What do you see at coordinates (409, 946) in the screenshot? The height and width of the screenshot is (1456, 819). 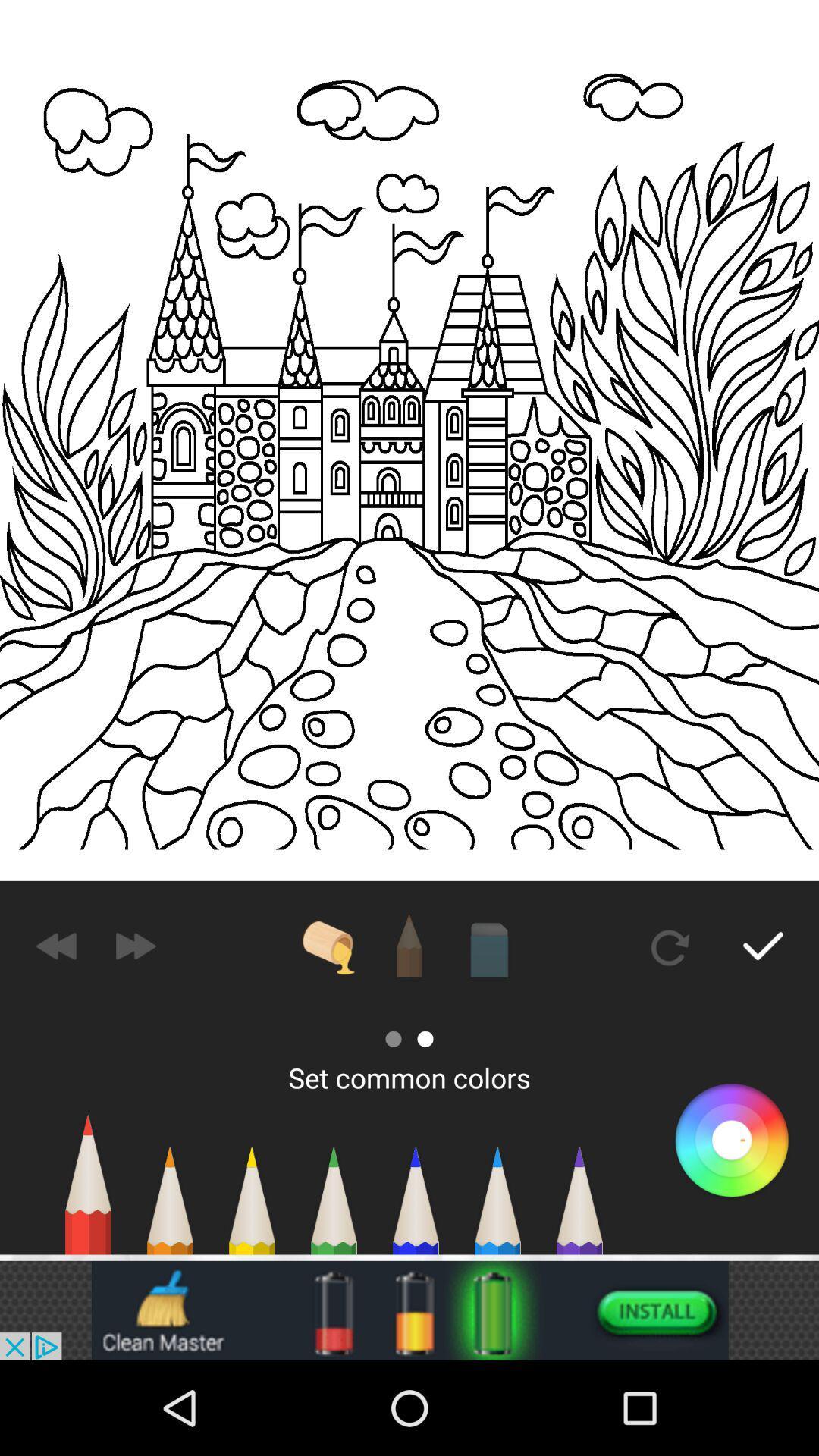 I see `the pencil icon below the picture` at bounding box center [409, 946].